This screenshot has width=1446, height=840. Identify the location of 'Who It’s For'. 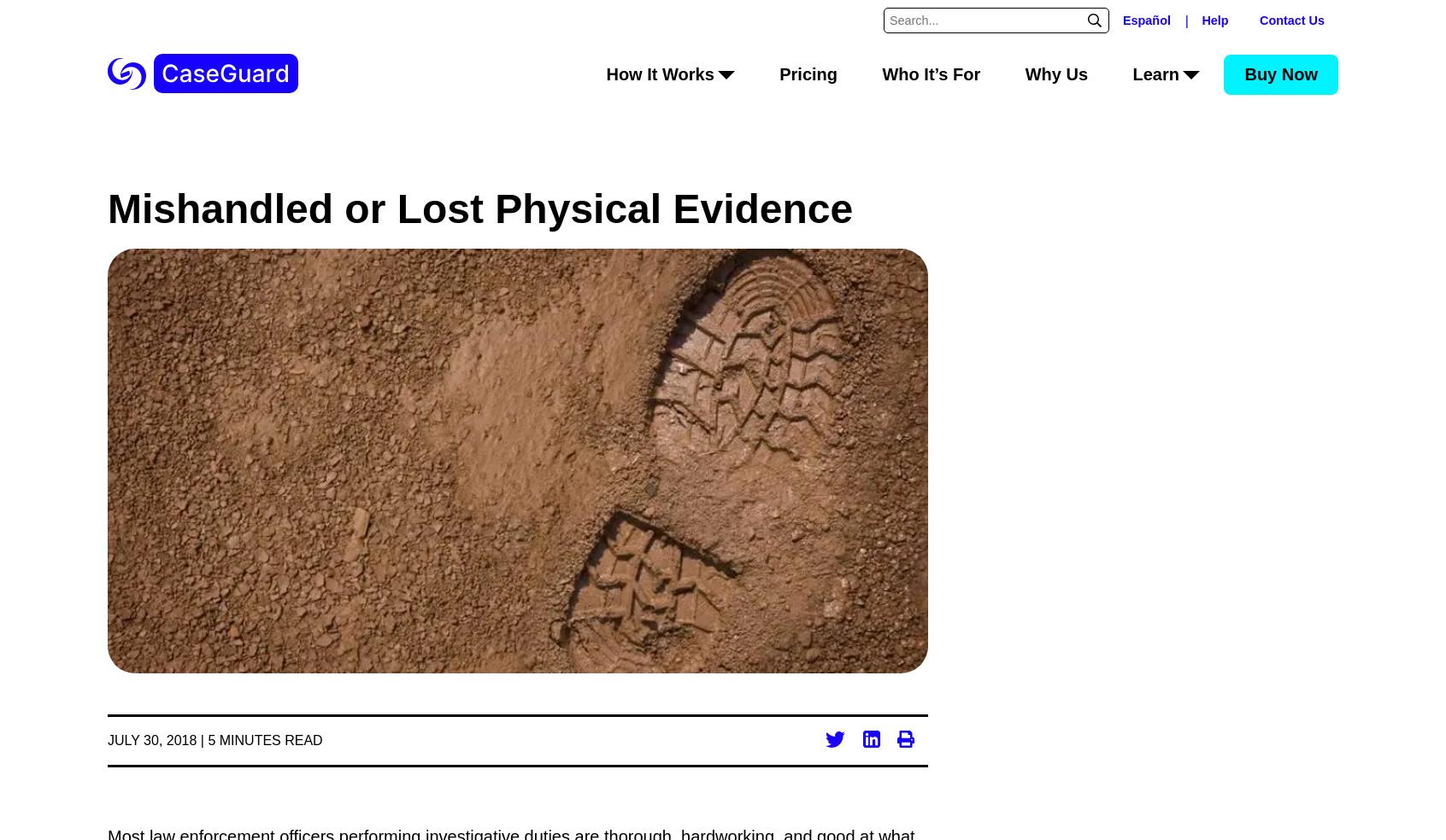
(931, 73).